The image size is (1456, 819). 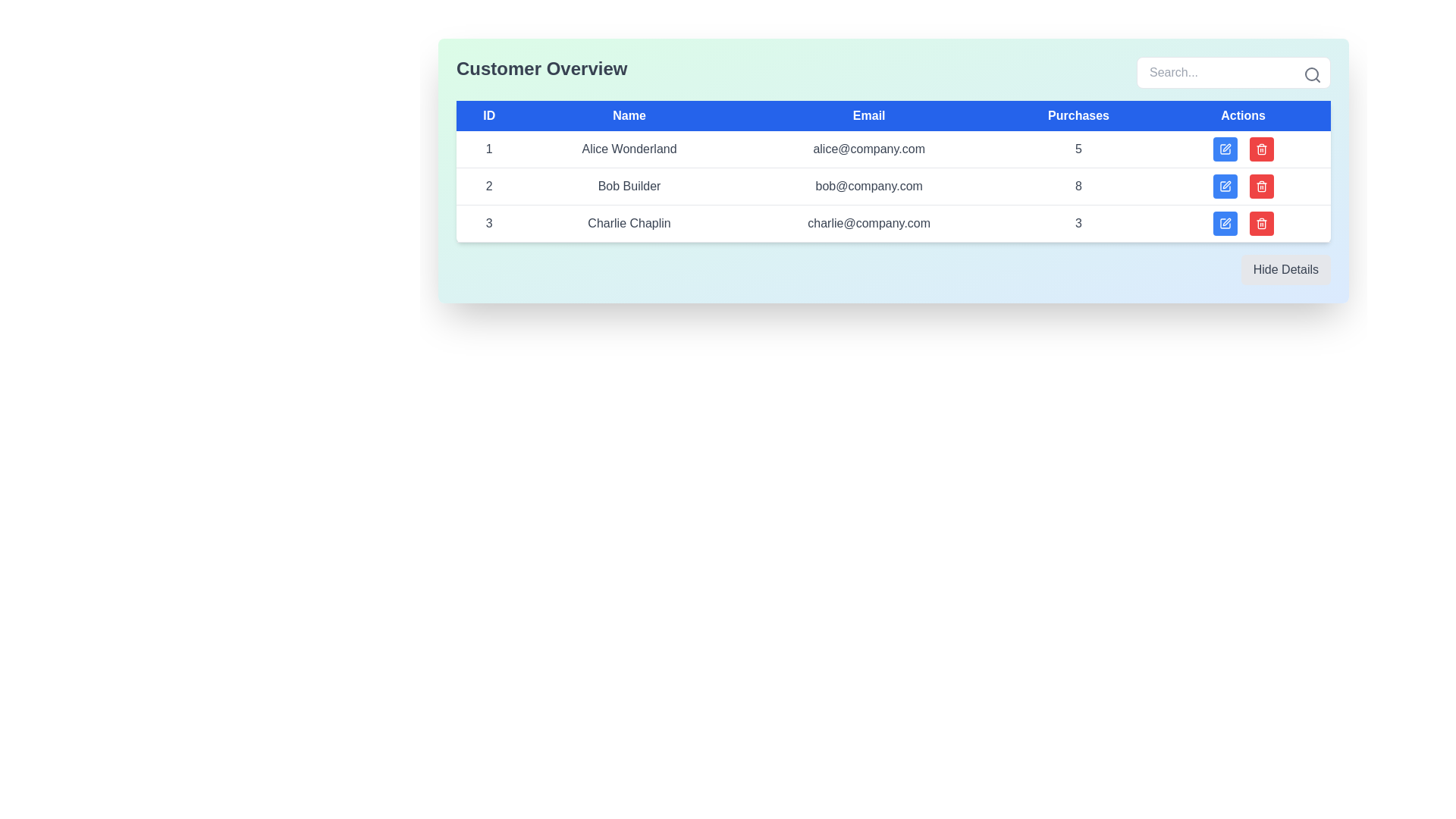 I want to click on the static text displaying the name of an individual located in the second row of the tabular layout under the 'Name' column, positioned between the 'ID' and 'Email' columns, so click(x=629, y=186).